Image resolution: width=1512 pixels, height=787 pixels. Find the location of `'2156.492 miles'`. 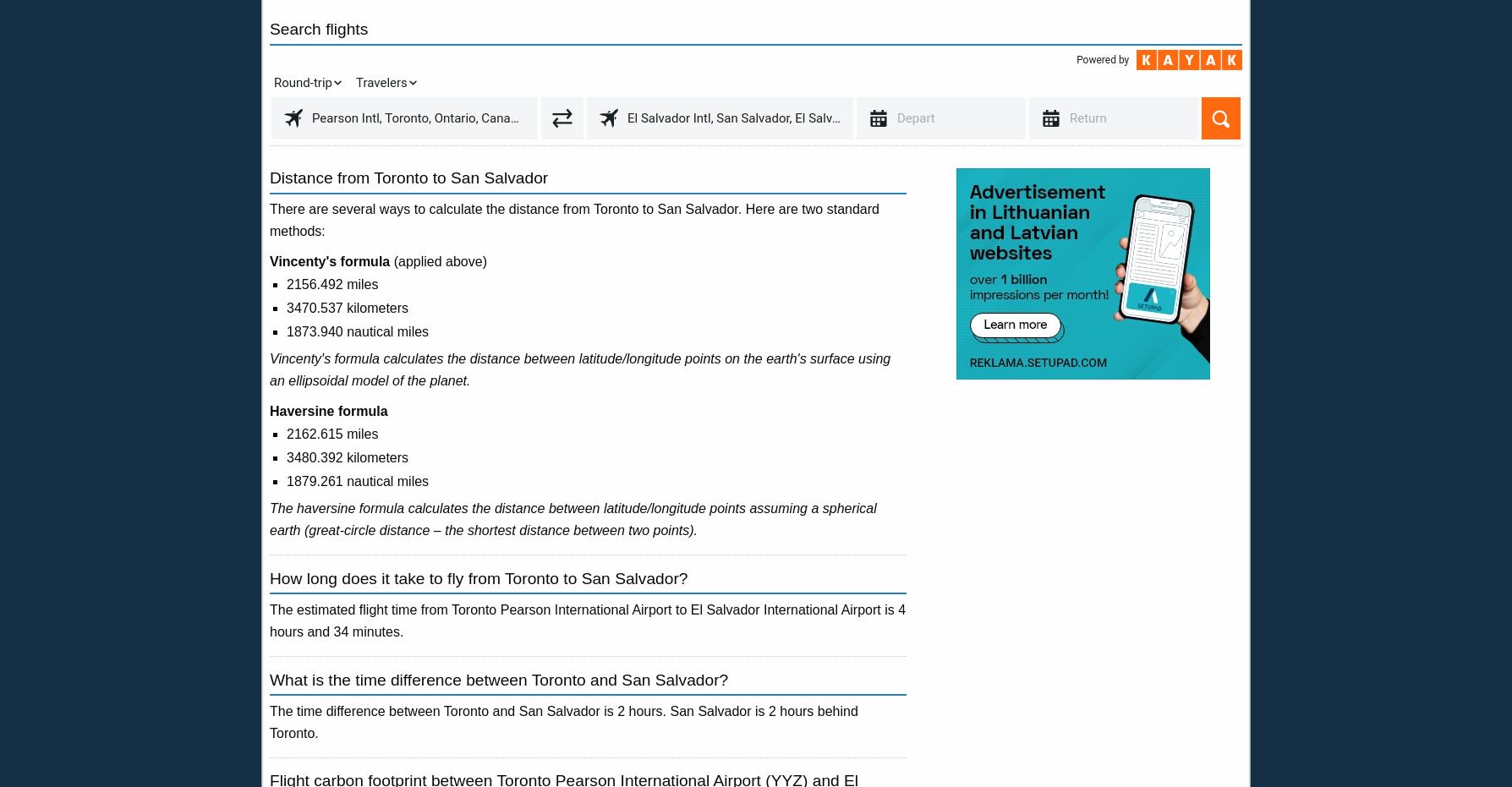

'2156.492 miles' is located at coordinates (331, 284).